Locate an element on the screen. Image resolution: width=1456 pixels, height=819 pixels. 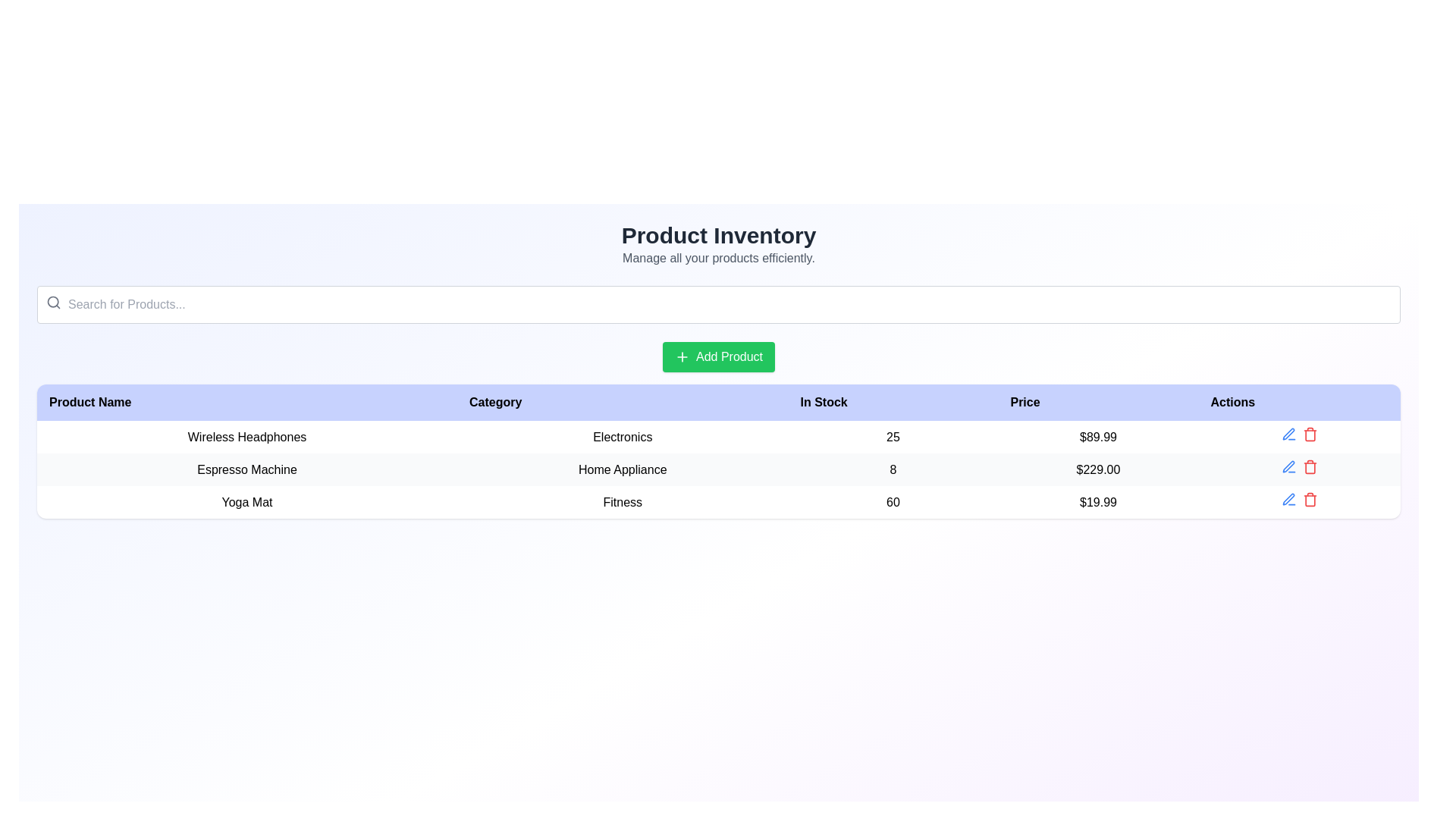
text content of the header section titled 'Product Inventory' with subtitle 'Manage all your products efficiently.' is located at coordinates (718, 244).